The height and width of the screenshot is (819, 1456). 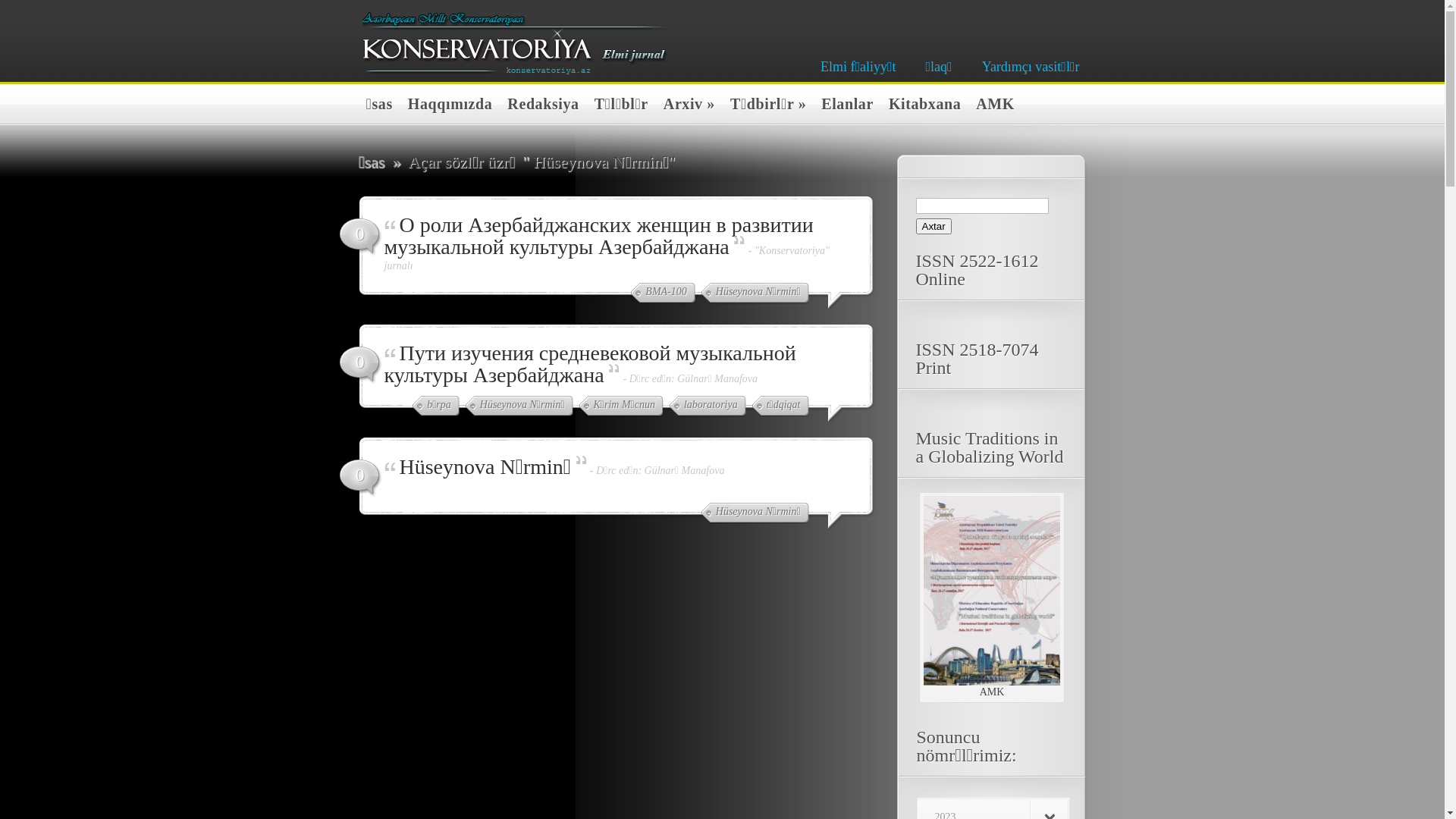 I want to click on 'laboratoriya', so click(x=707, y=406).